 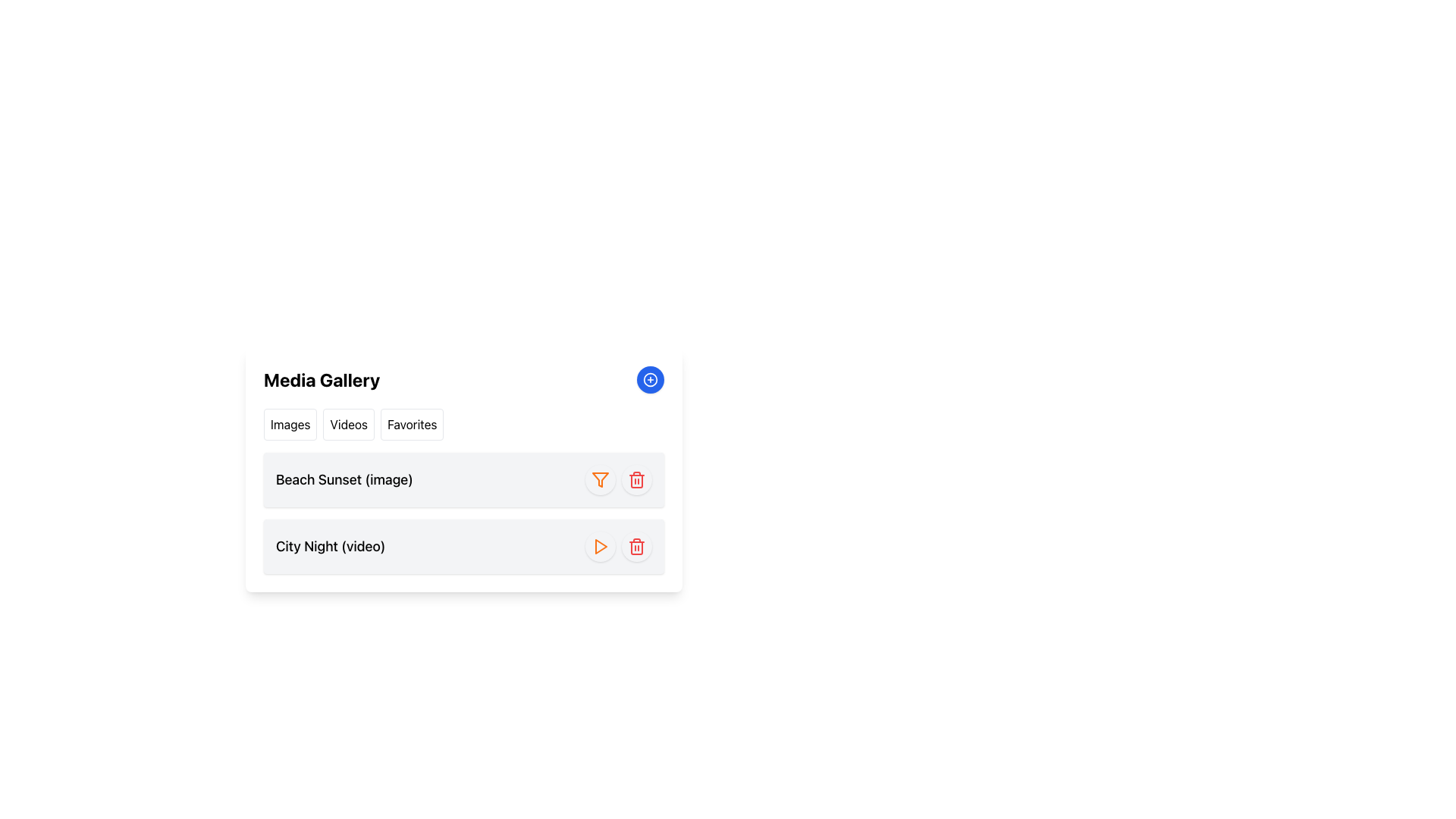 What do you see at coordinates (600, 479) in the screenshot?
I see `the filter/sort icon button located in the first media item row, to the left of the red trash icon` at bounding box center [600, 479].